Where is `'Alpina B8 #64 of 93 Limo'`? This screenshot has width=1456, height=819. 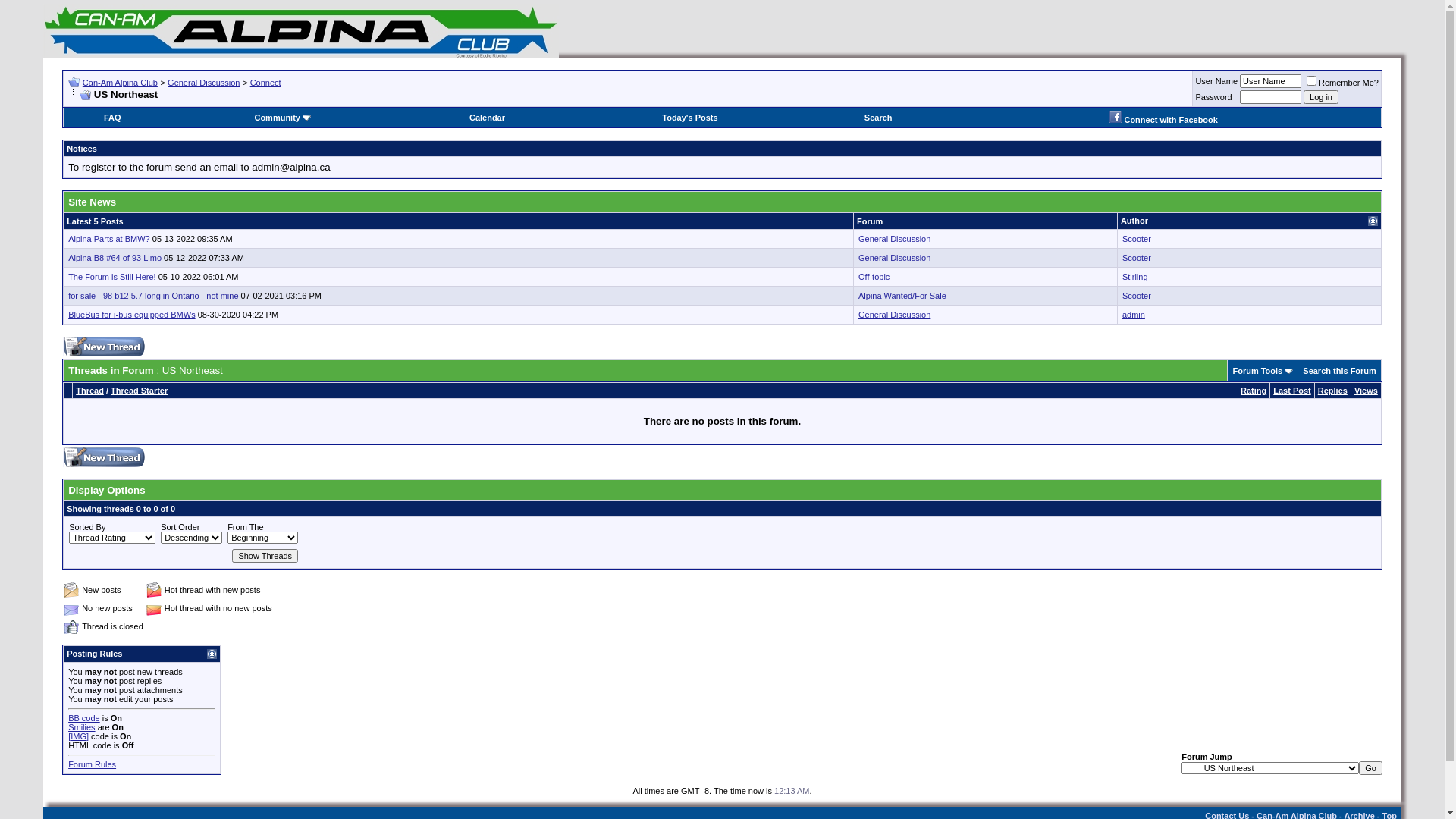 'Alpina B8 #64 of 93 Limo' is located at coordinates (67, 256).